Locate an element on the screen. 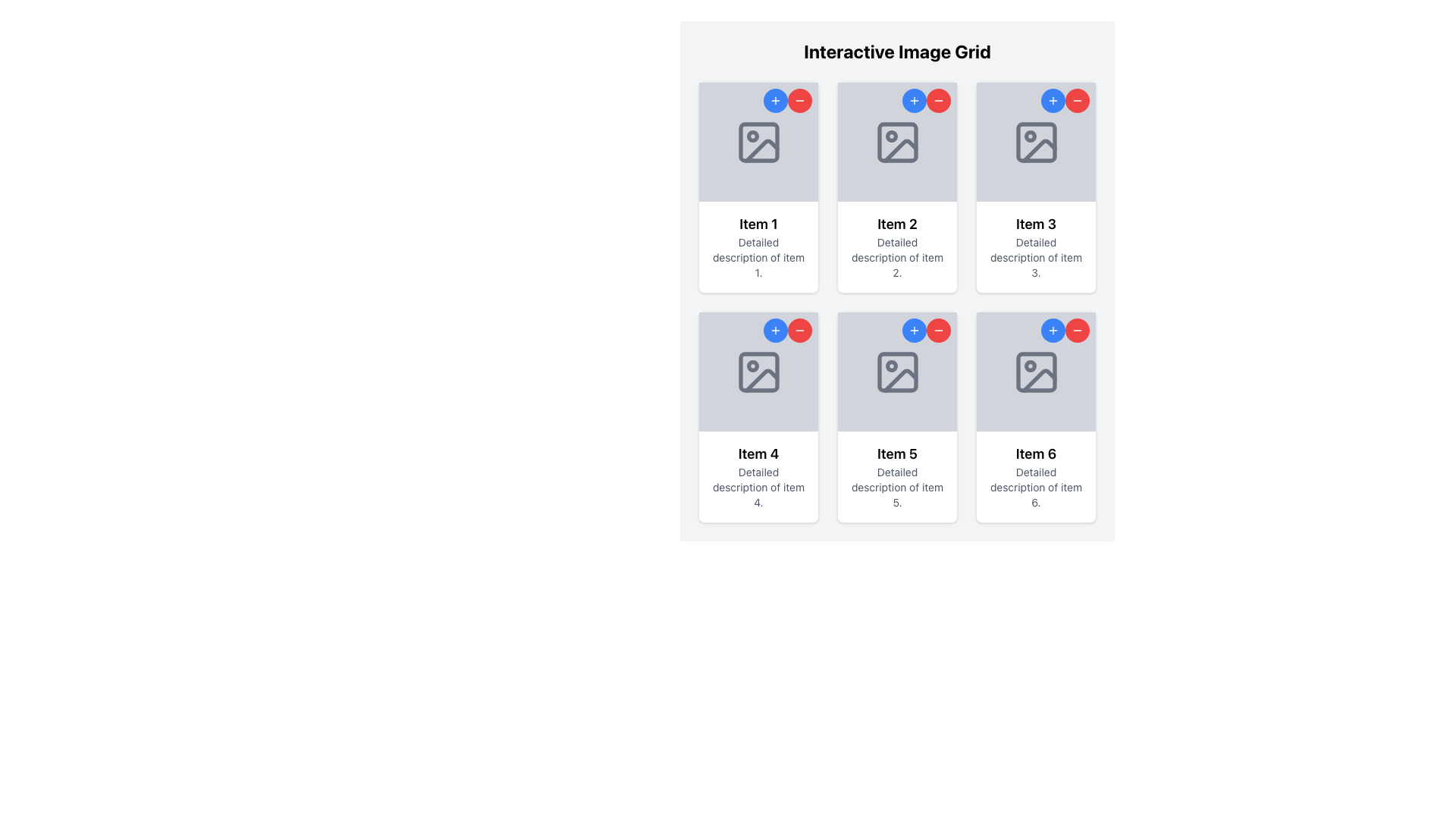 This screenshot has width=1456, height=819. the increment button located in the top-right corner of the second item card is located at coordinates (913, 100).